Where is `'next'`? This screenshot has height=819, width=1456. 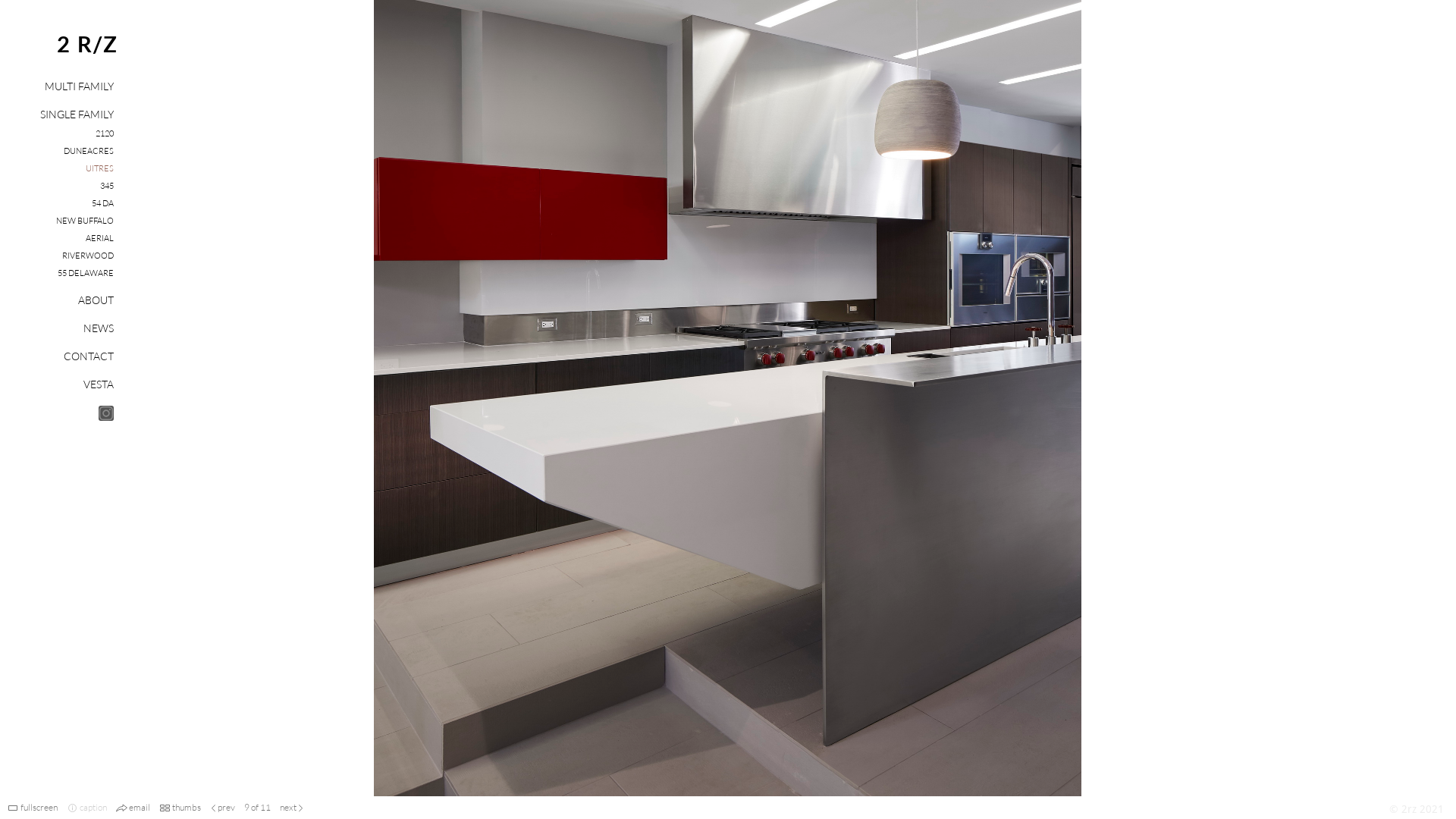
'next' is located at coordinates (287, 805).